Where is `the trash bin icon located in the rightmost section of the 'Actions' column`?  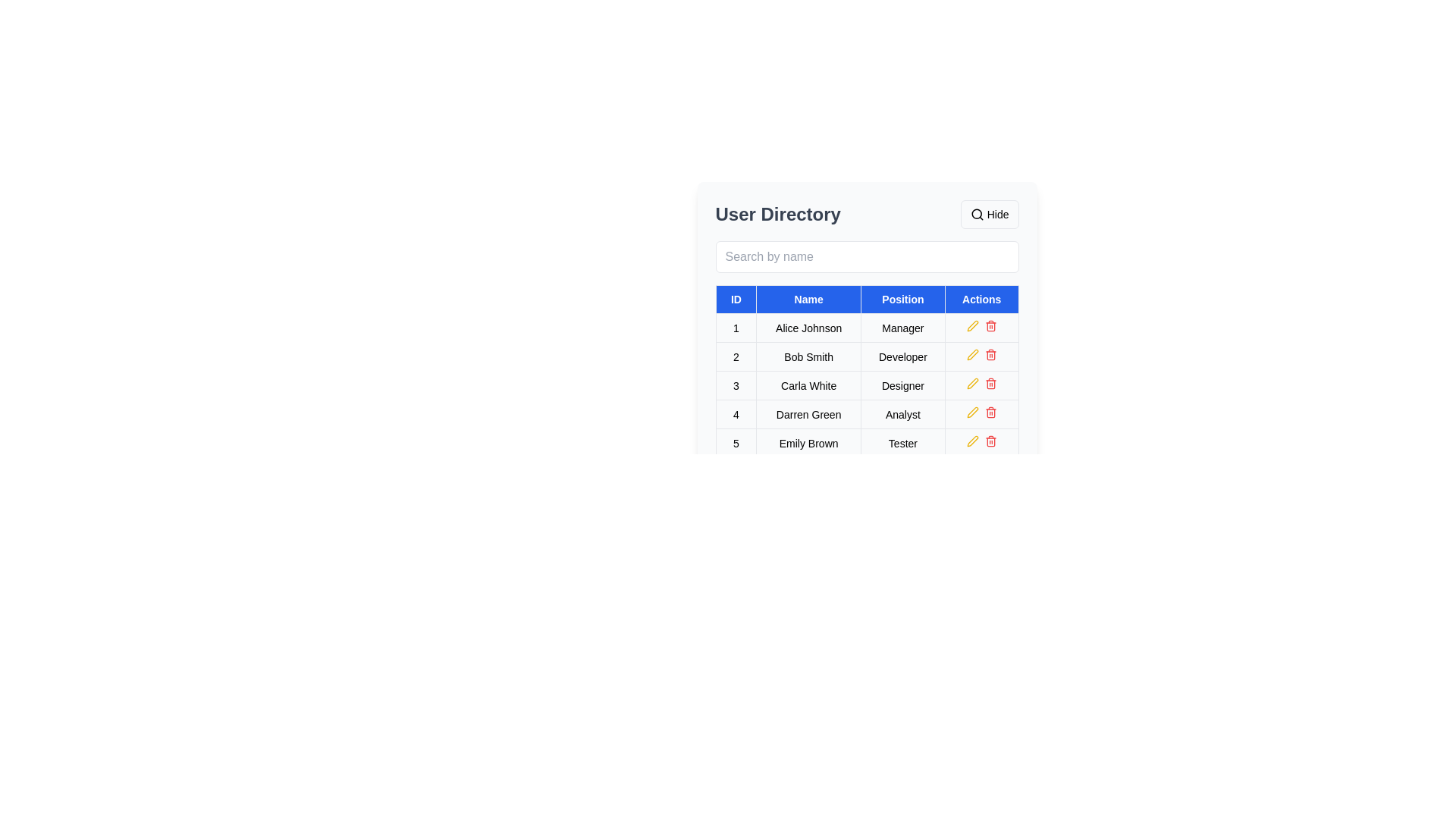 the trash bin icon located in the rightmost section of the 'Actions' column is located at coordinates (990, 382).